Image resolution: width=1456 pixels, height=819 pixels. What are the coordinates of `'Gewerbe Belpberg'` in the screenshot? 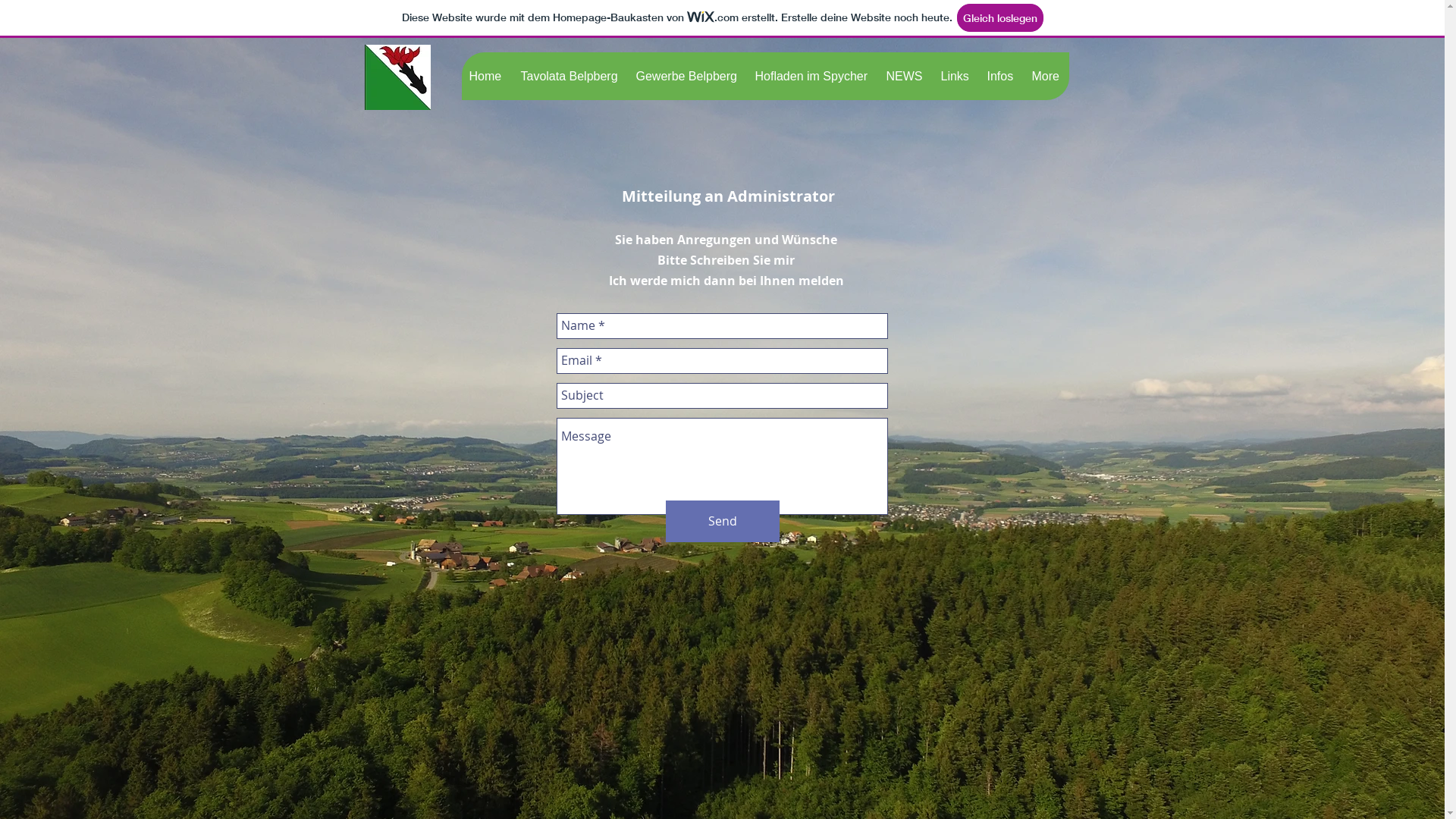 It's located at (628, 76).